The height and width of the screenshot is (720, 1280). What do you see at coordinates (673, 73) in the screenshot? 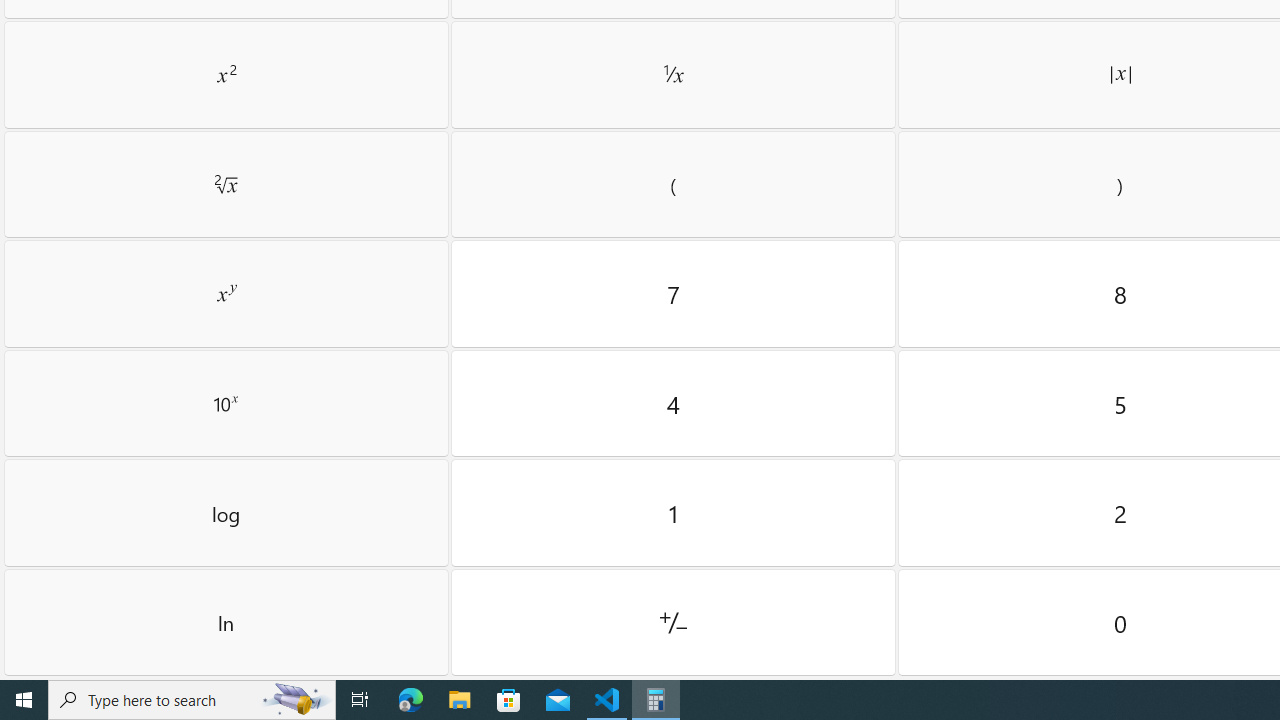
I see `'Reciprocal'` at bounding box center [673, 73].